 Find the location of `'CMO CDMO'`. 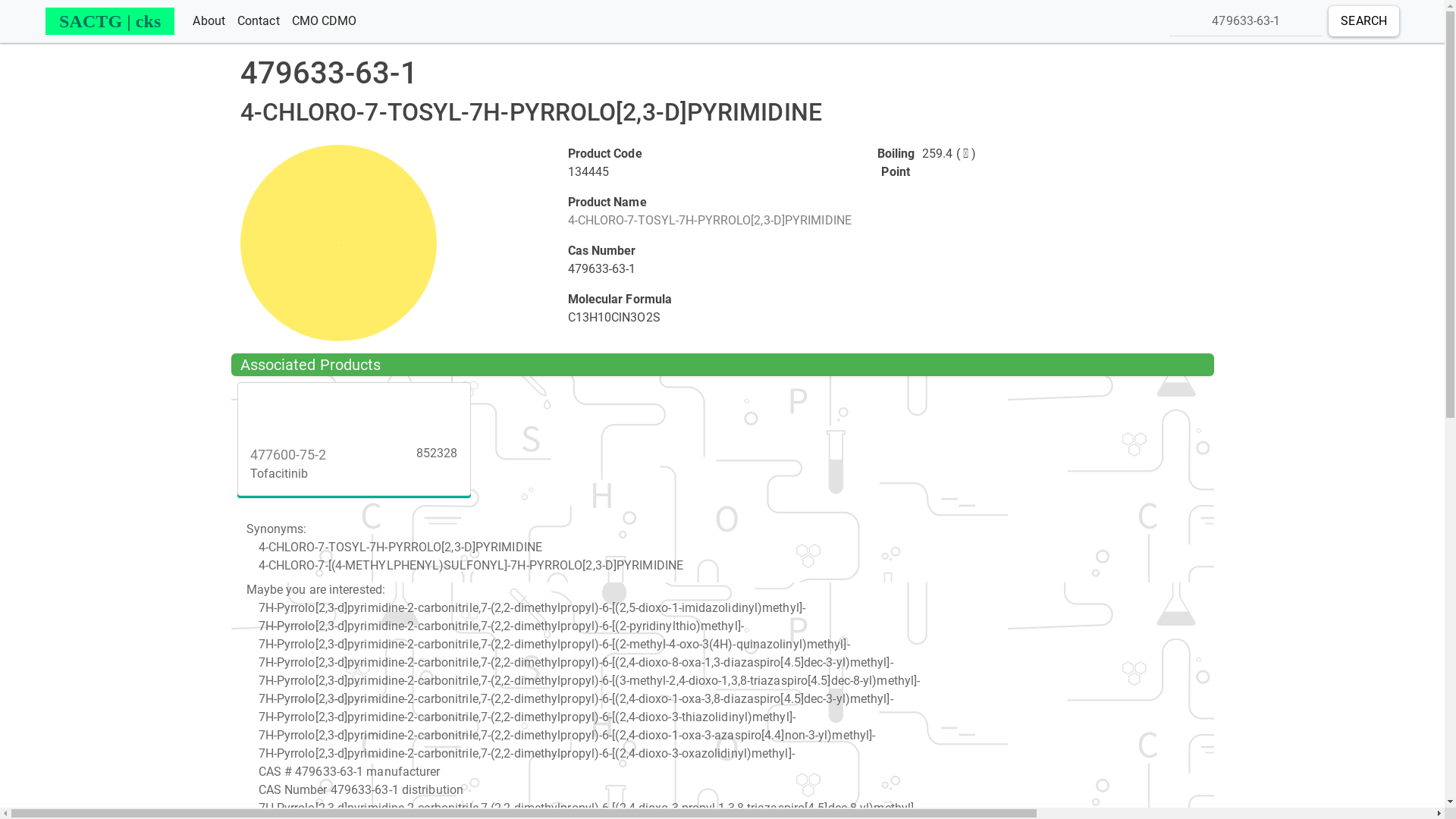

'CMO CDMO' is located at coordinates (286, 21).